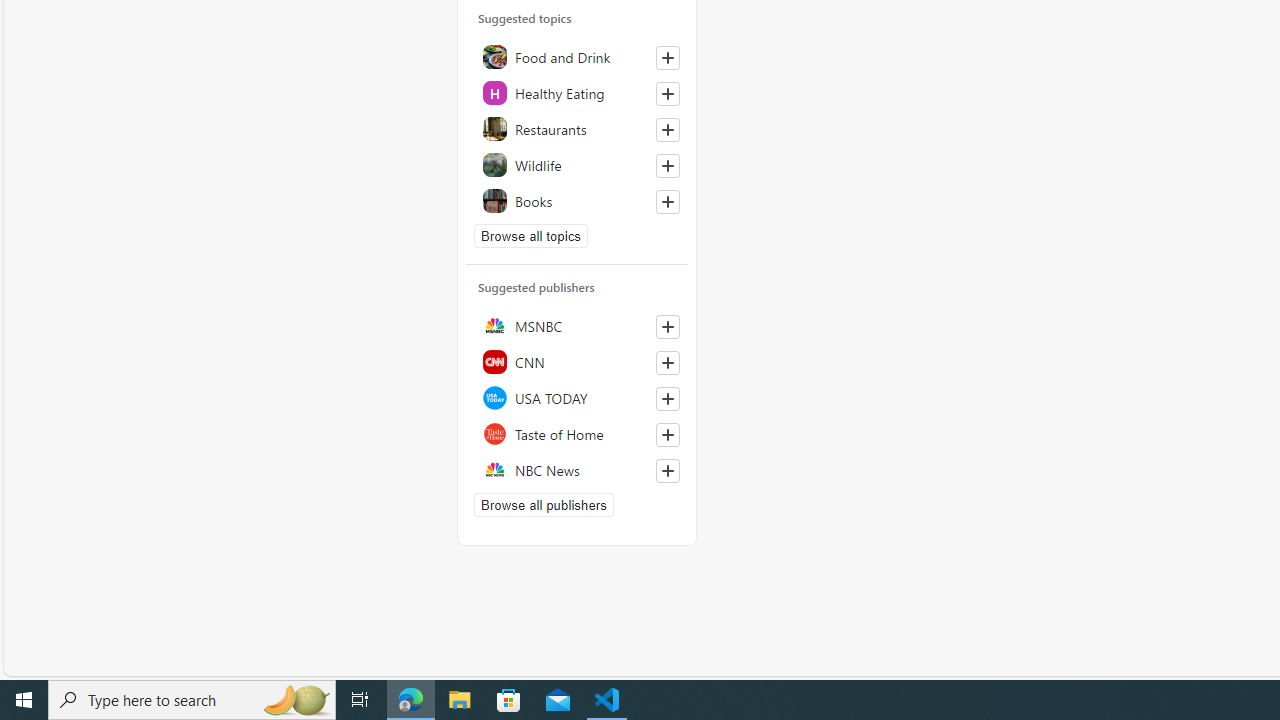 Image resolution: width=1280 pixels, height=720 pixels. Describe the element at coordinates (576, 361) in the screenshot. I see `'CNN'` at that location.